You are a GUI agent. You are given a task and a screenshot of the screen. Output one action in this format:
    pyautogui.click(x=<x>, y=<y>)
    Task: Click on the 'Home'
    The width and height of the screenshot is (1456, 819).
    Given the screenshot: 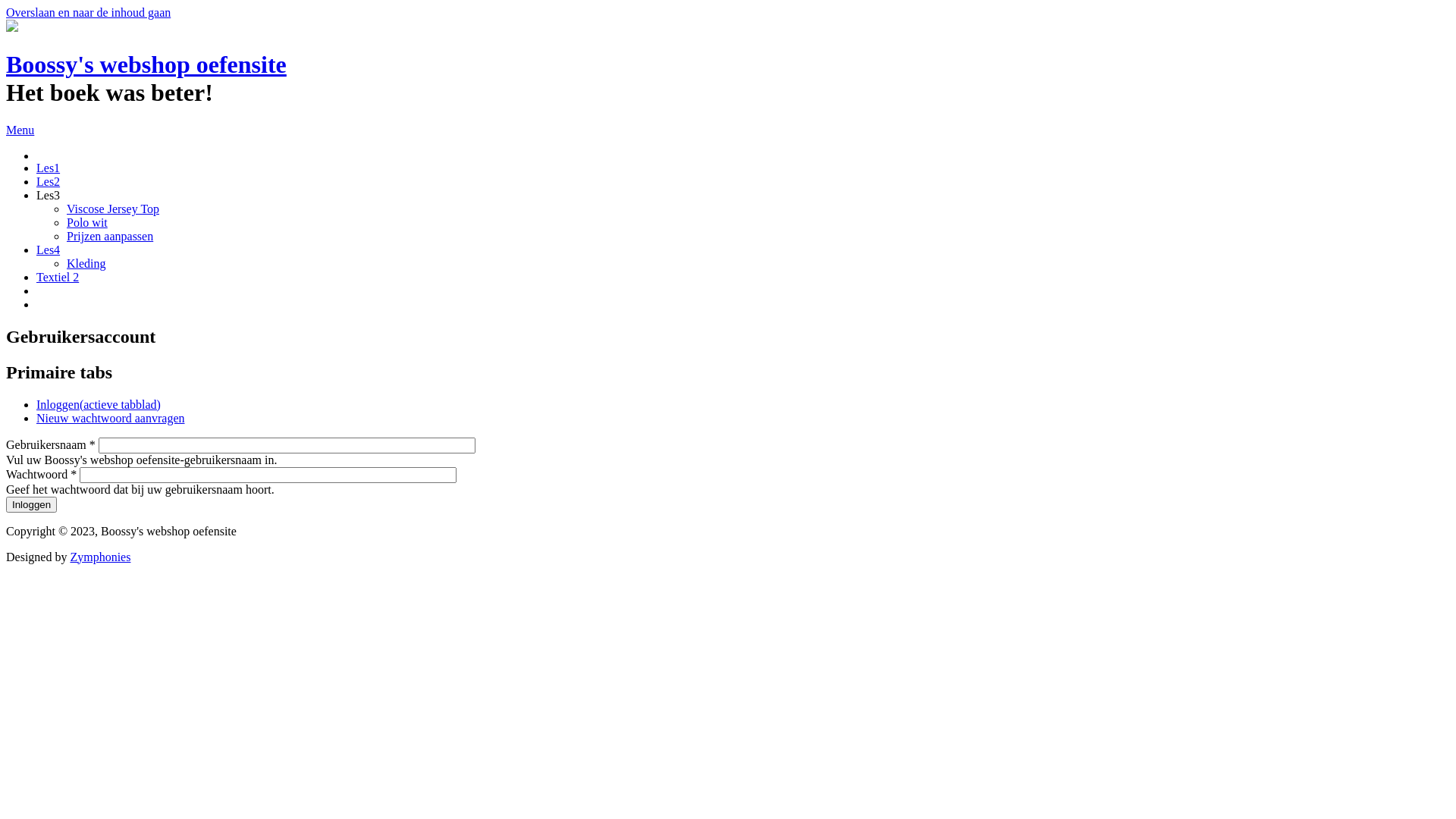 What is the action you would take?
    pyautogui.click(x=11, y=27)
    